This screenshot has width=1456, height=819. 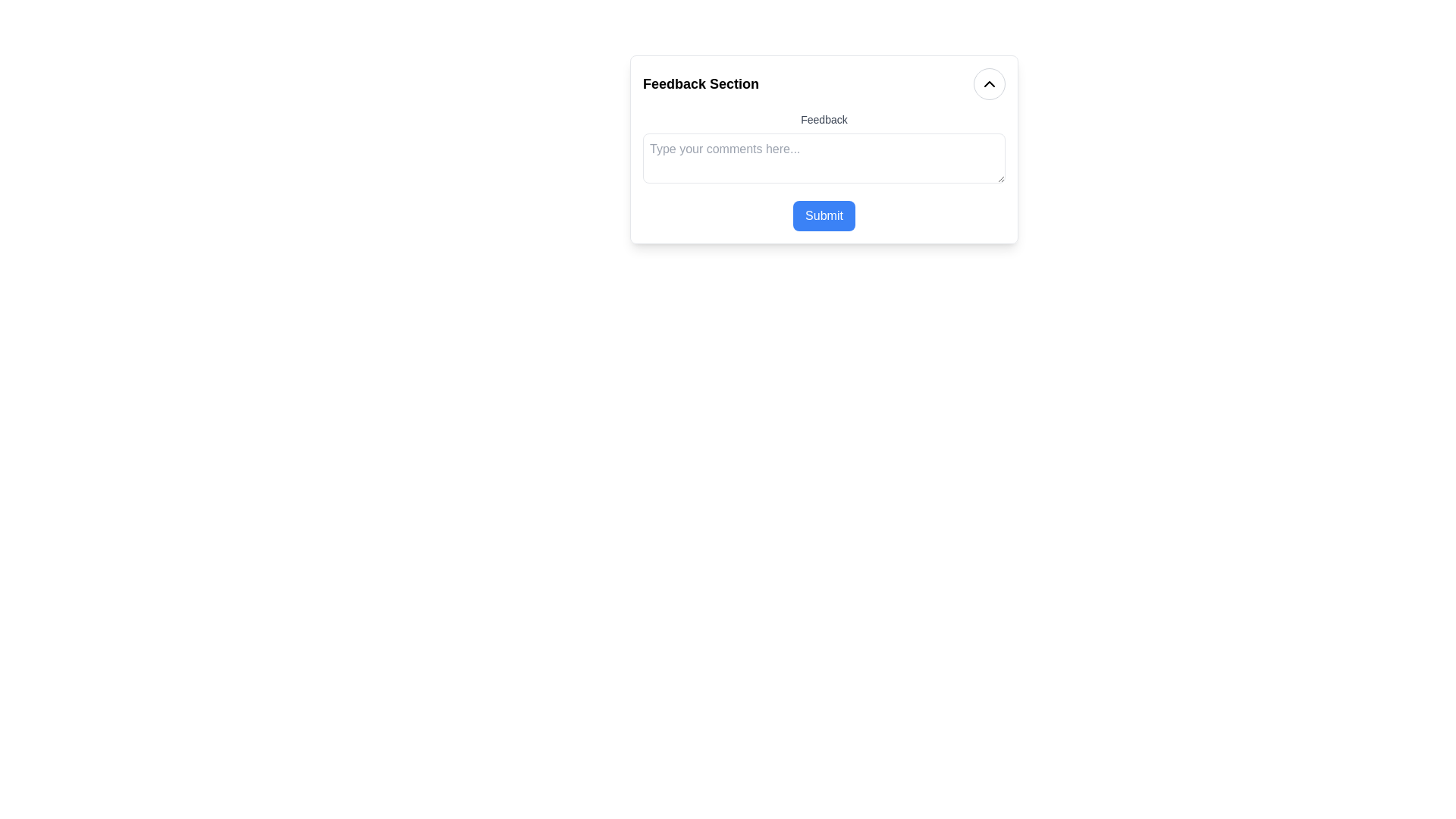 I want to click on the 'Submit' button, which is a rectangular button with rounded corners, solid blue color, and white text, located in the 'Feedback Section' below the comment text box, so click(x=823, y=216).